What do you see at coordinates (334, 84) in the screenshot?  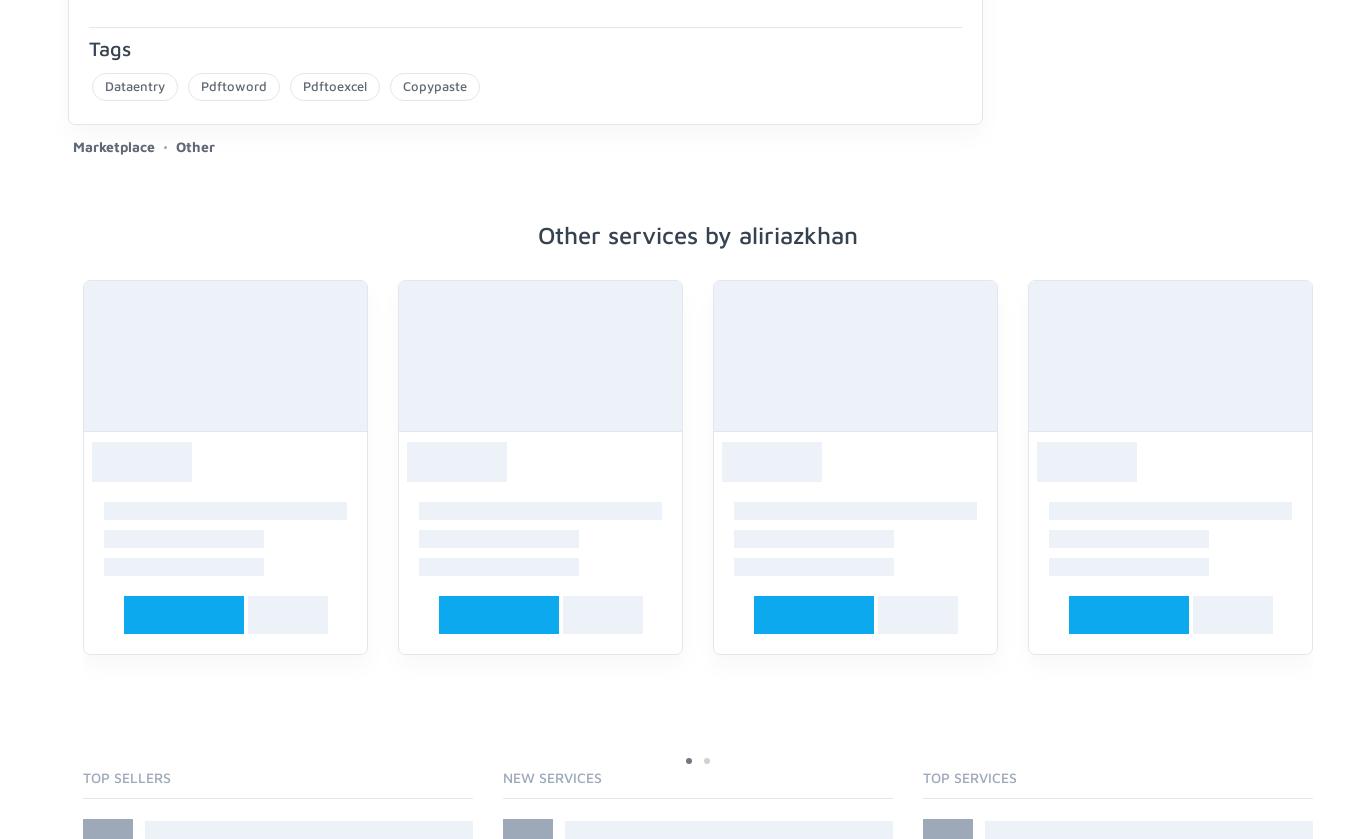 I see `'Pdftoexcel'` at bounding box center [334, 84].